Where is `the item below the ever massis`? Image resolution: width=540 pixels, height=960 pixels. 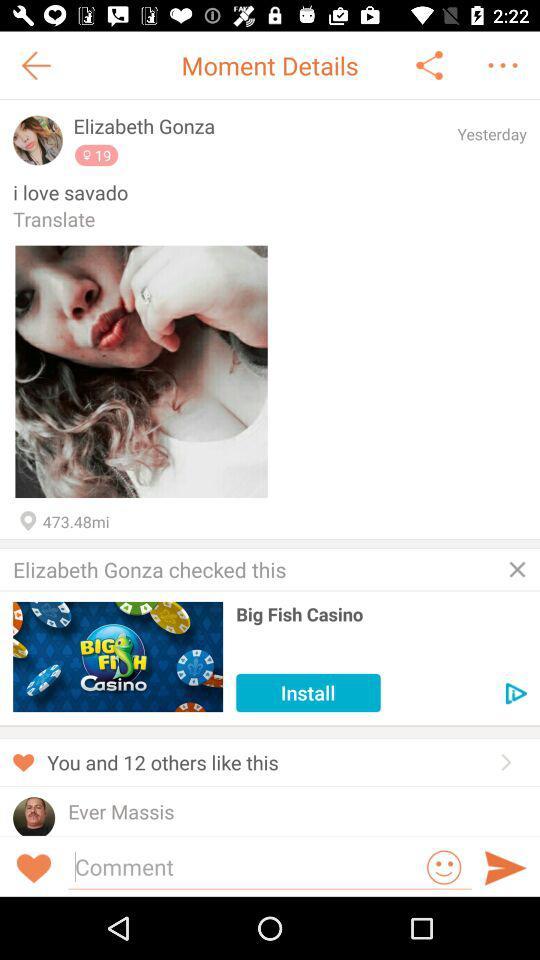 the item below the ever massis is located at coordinates (104, 833).